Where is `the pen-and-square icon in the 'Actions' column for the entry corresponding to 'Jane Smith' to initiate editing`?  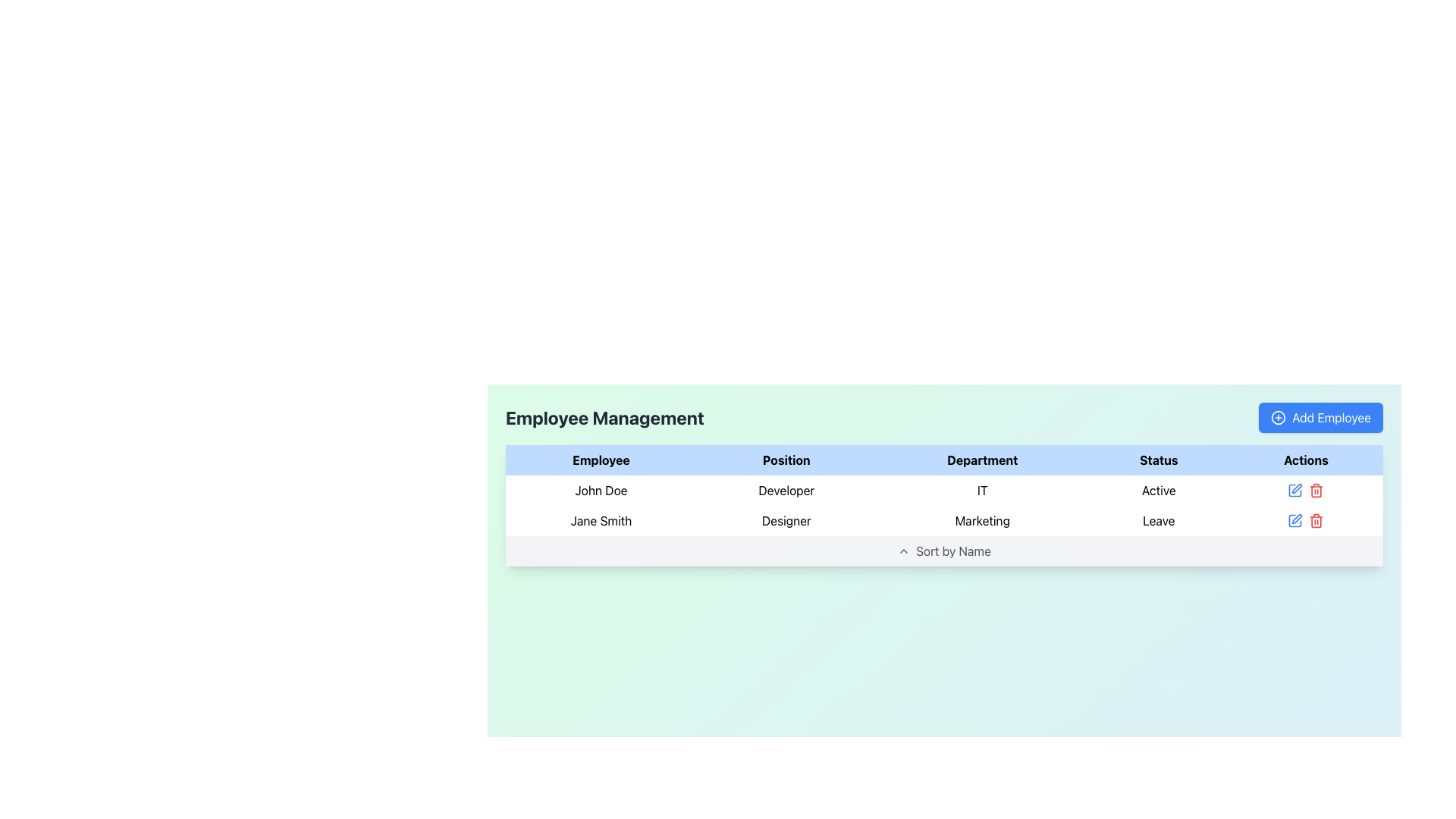
the pen-and-square icon in the 'Actions' column for the entry corresponding to 'Jane Smith' to initiate editing is located at coordinates (1294, 491).